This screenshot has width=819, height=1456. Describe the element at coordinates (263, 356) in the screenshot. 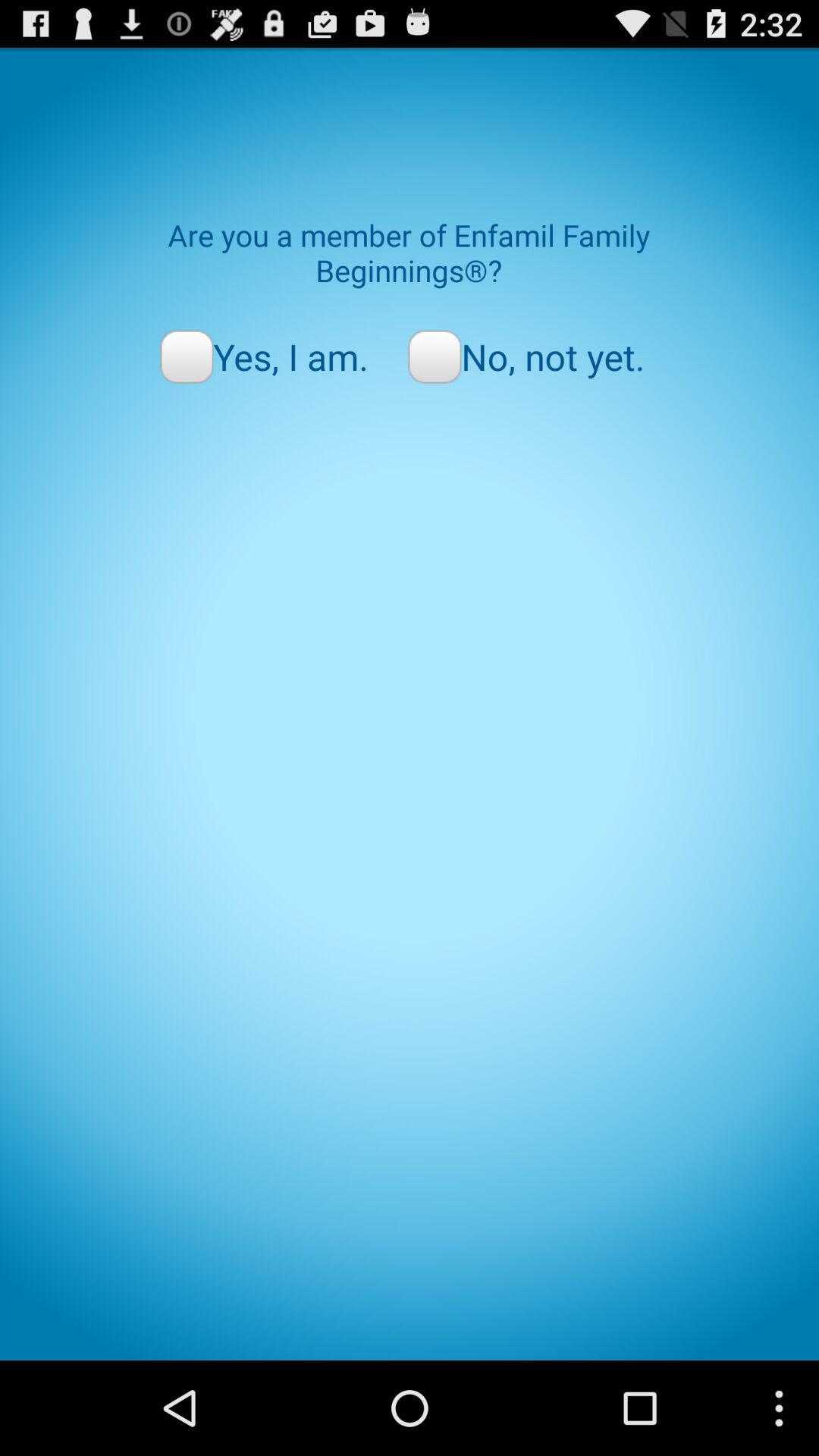

I see `the radio button next to no, not yet. icon` at that location.